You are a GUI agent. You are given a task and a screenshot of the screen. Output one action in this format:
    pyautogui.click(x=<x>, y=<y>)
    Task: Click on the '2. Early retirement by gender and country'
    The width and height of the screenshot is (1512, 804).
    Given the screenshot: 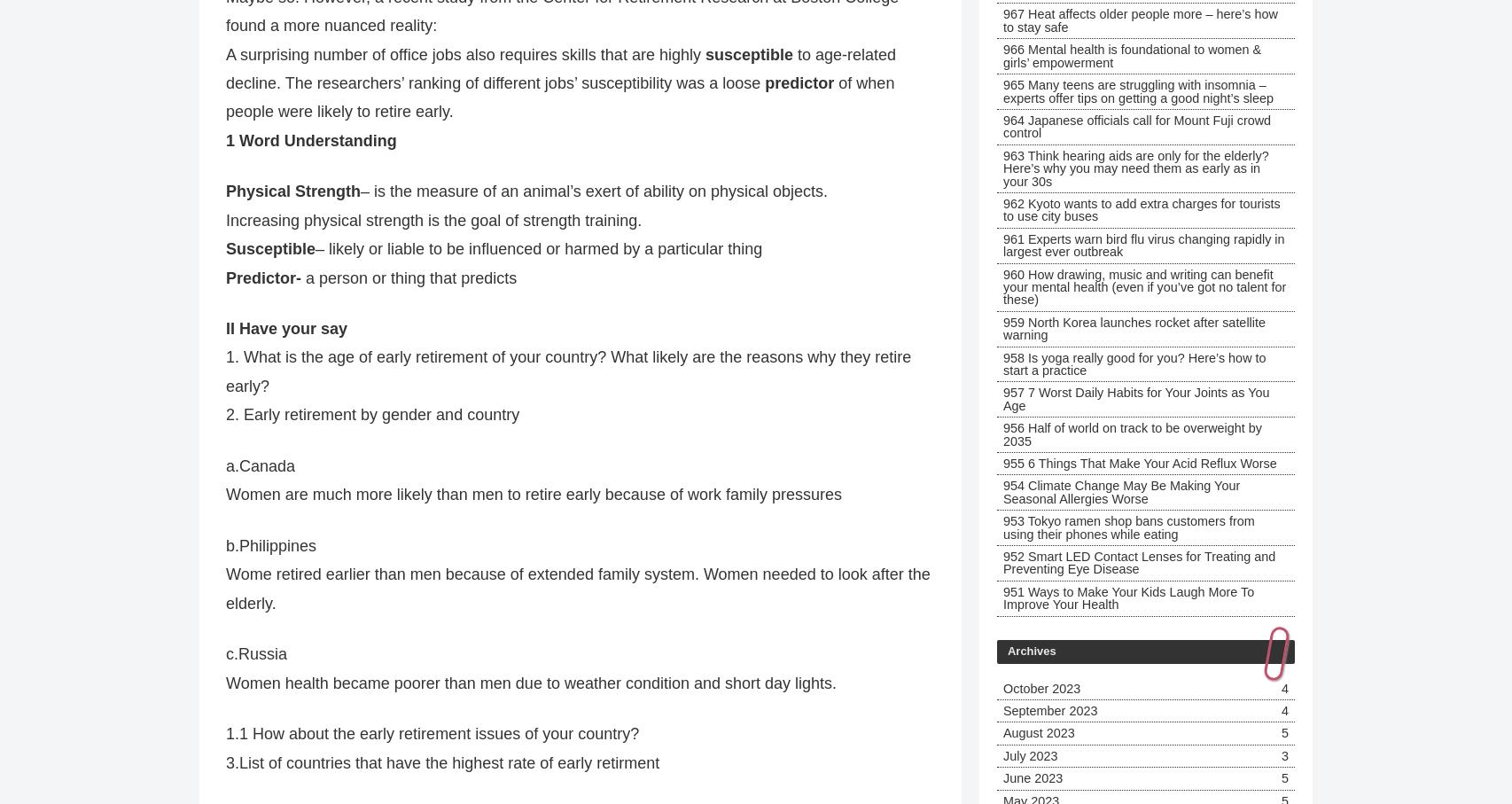 What is the action you would take?
    pyautogui.click(x=372, y=415)
    